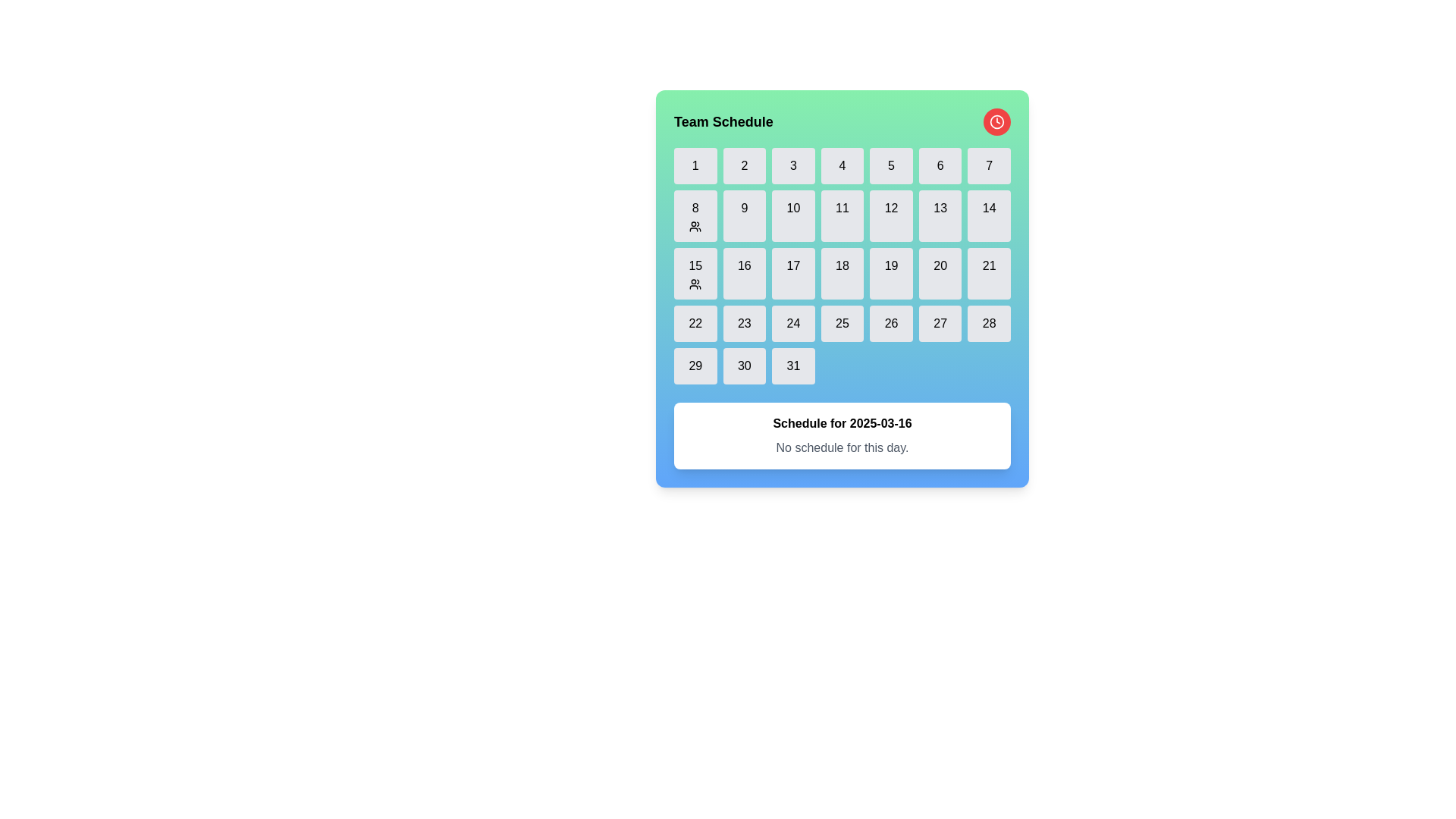 The height and width of the screenshot is (819, 1456). I want to click on the 'Team Schedule' text label, which is styled in bold with a black font color and located in the top-left corner of the green gradient header, so click(723, 121).